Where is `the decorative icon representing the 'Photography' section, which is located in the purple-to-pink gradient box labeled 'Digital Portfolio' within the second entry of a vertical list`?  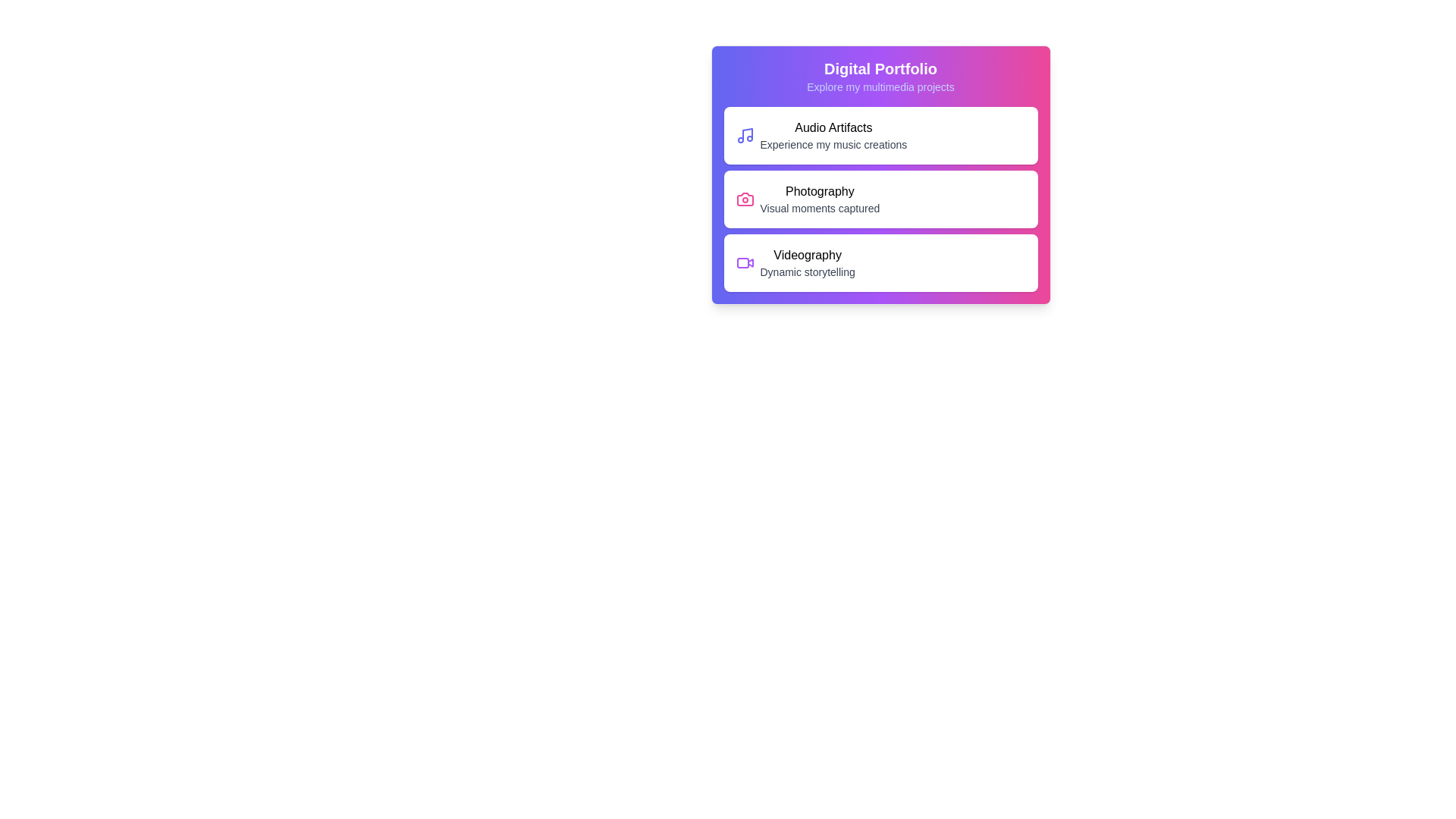 the decorative icon representing the 'Photography' section, which is located in the purple-to-pink gradient box labeled 'Digital Portfolio' within the second entry of a vertical list is located at coordinates (745, 198).